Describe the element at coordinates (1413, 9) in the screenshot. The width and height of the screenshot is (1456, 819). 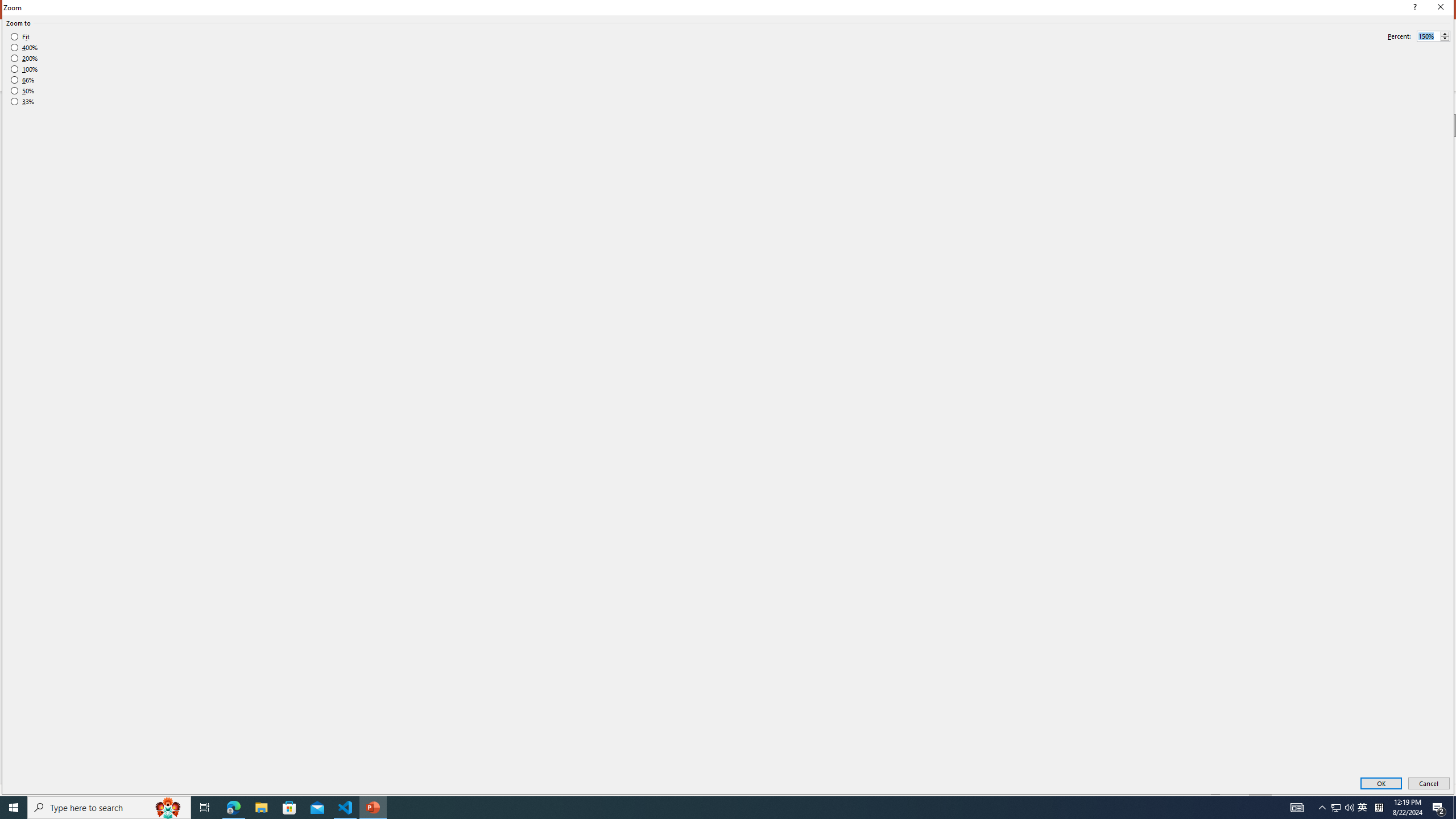
I see `'Context help'` at that location.